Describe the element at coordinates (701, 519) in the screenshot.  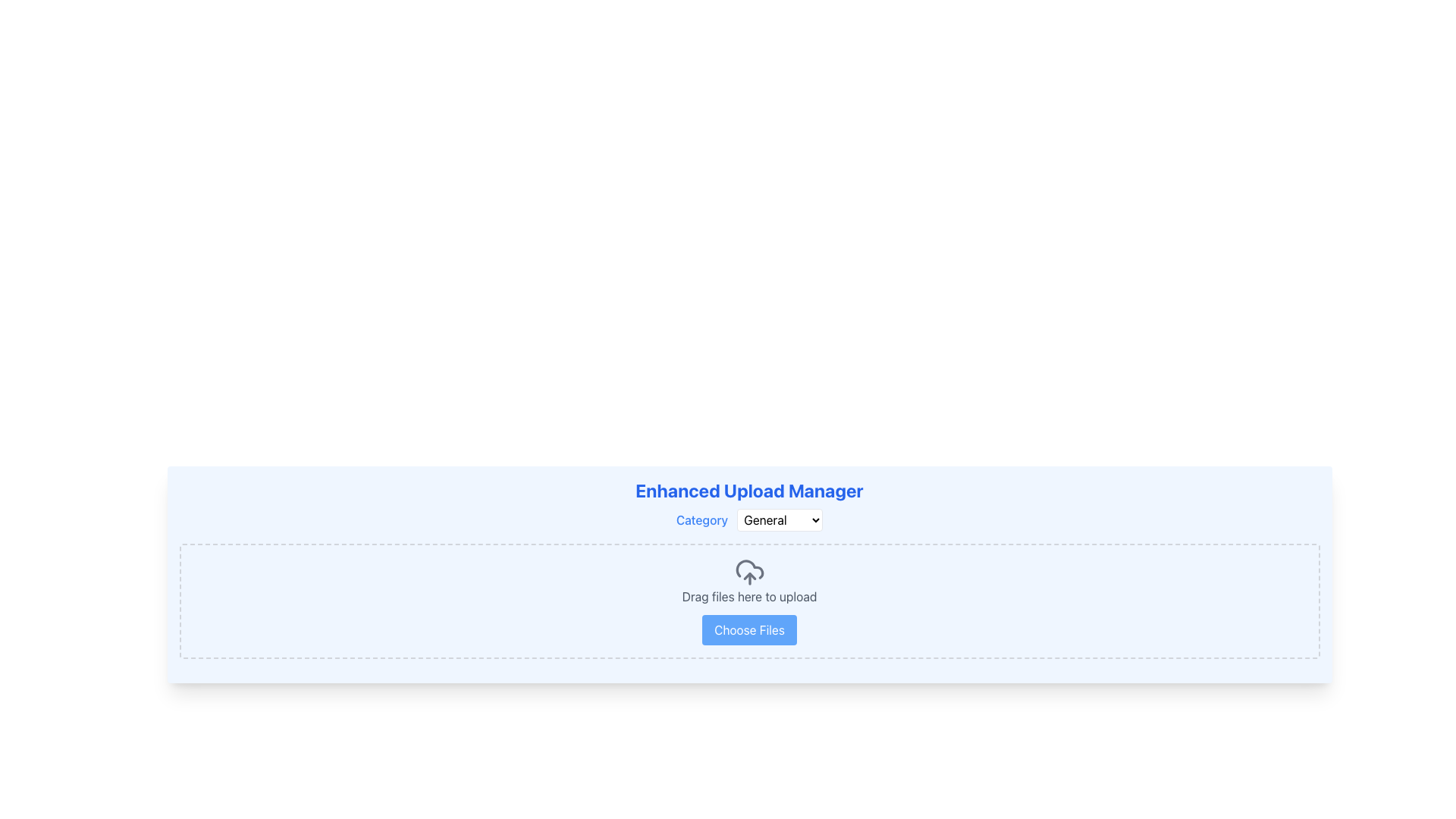
I see `the label displaying 'Category' in blue font, which is located to the left of the dropdown labeled 'General'` at that location.